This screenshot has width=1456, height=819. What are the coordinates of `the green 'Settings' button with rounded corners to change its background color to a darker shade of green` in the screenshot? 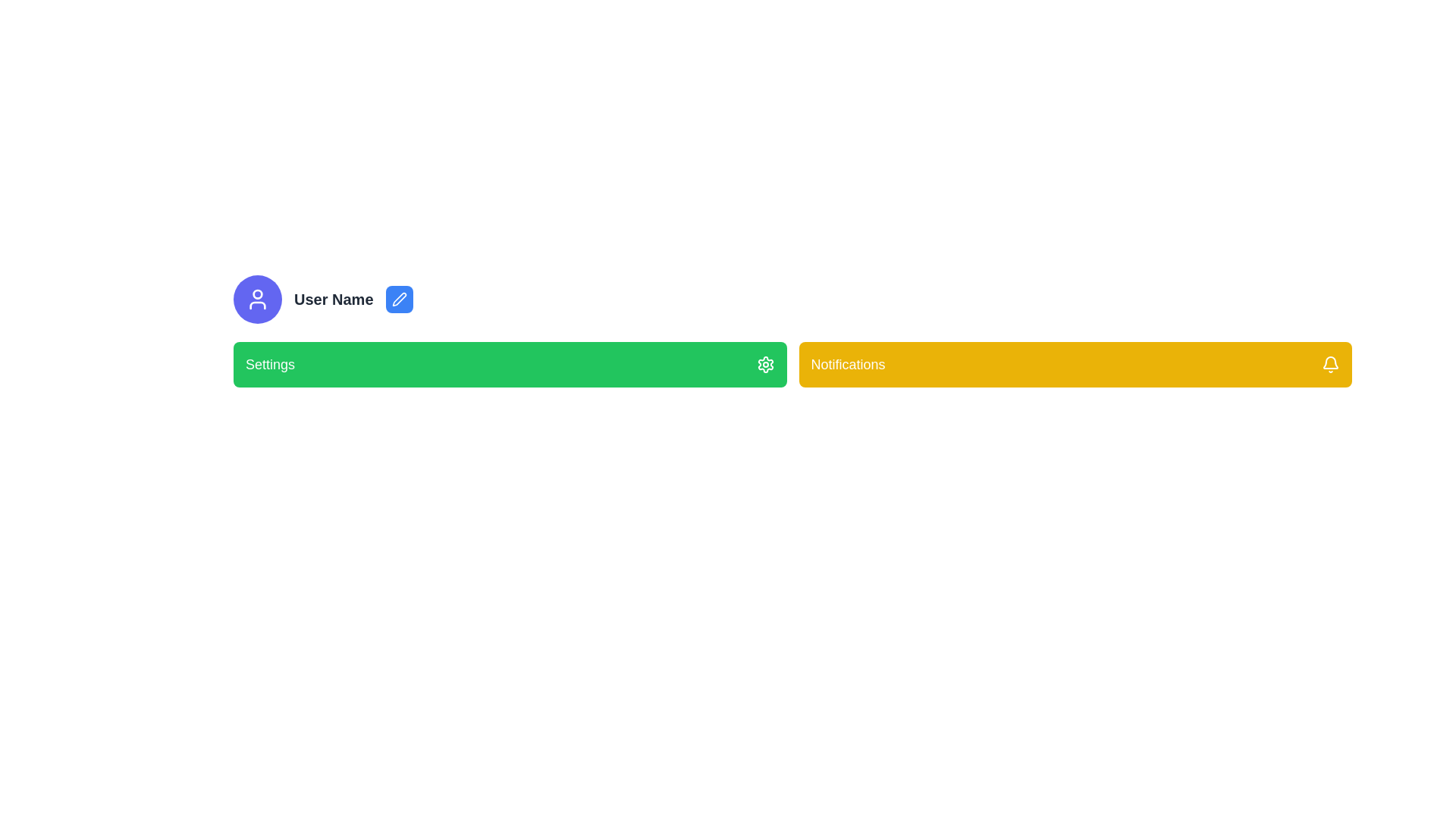 It's located at (510, 365).